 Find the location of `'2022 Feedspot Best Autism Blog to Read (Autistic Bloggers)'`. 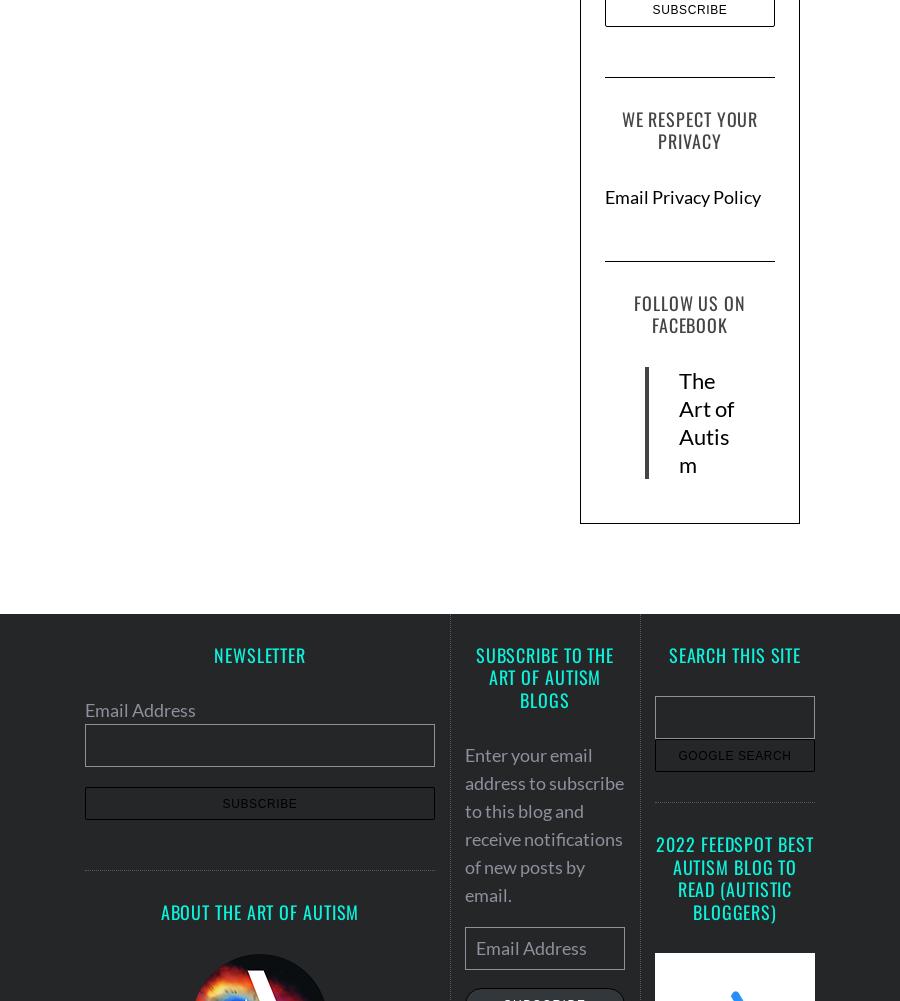

'2022 Feedspot Best Autism Blog to Read (Autistic Bloggers)' is located at coordinates (656, 877).